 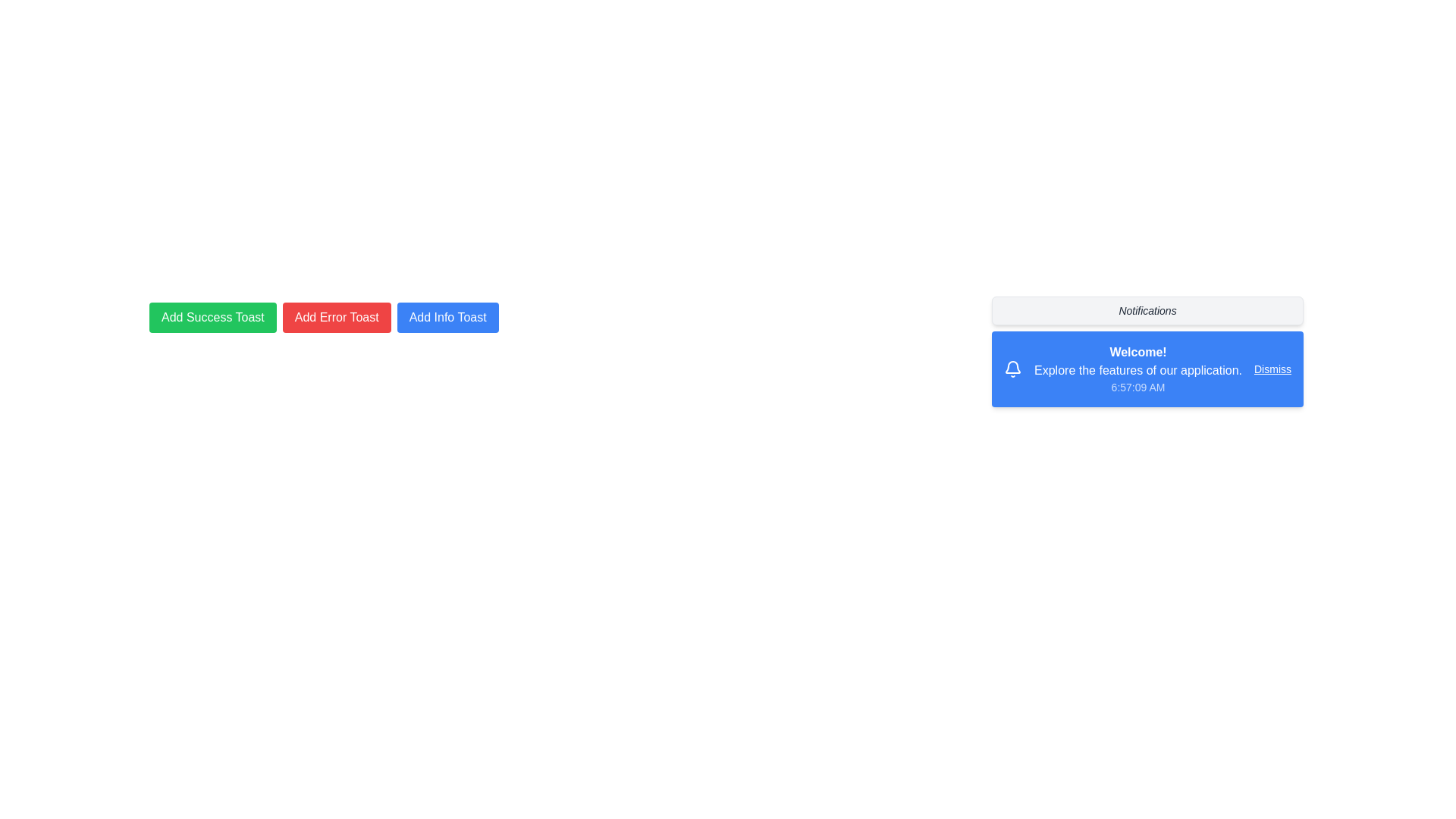 I want to click on the third button in a horizontal row of three buttons, located to the right of the 'Add Error Toast' button, so click(x=447, y=317).